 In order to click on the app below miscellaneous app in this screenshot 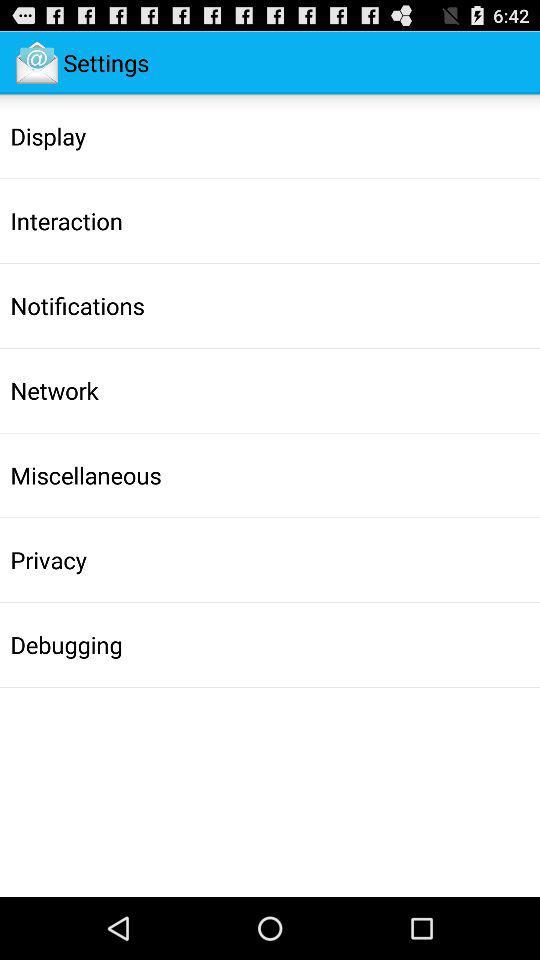, I will do `click(48, 560)`.